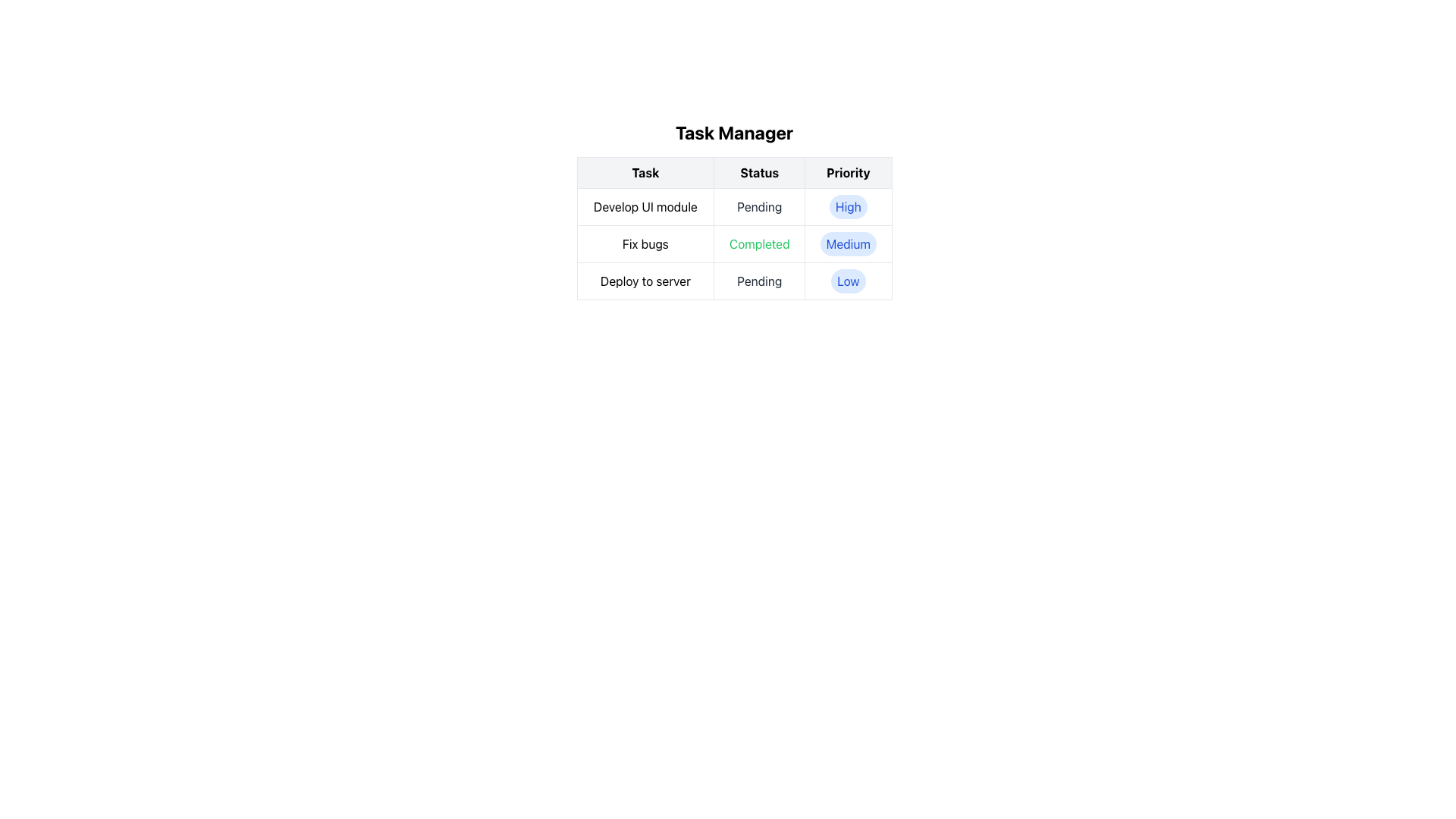  I want to click on the UI chip element styled as a button that indicates the priority of the 'Fix bugs' task in the 'Priority' column of the second row of the table, so click(847, 243).